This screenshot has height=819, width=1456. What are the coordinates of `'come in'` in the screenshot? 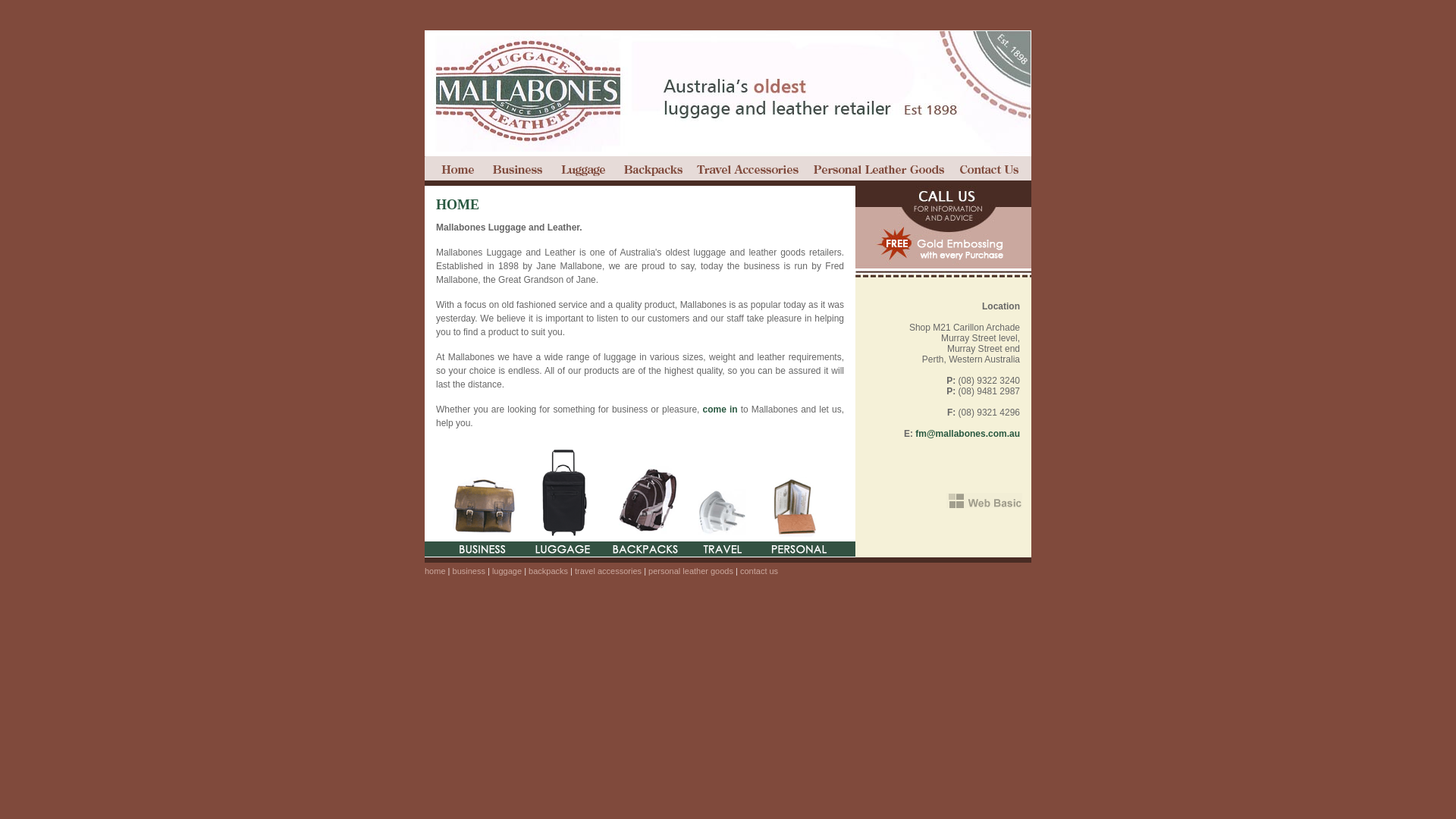 It's located at (720, 409).